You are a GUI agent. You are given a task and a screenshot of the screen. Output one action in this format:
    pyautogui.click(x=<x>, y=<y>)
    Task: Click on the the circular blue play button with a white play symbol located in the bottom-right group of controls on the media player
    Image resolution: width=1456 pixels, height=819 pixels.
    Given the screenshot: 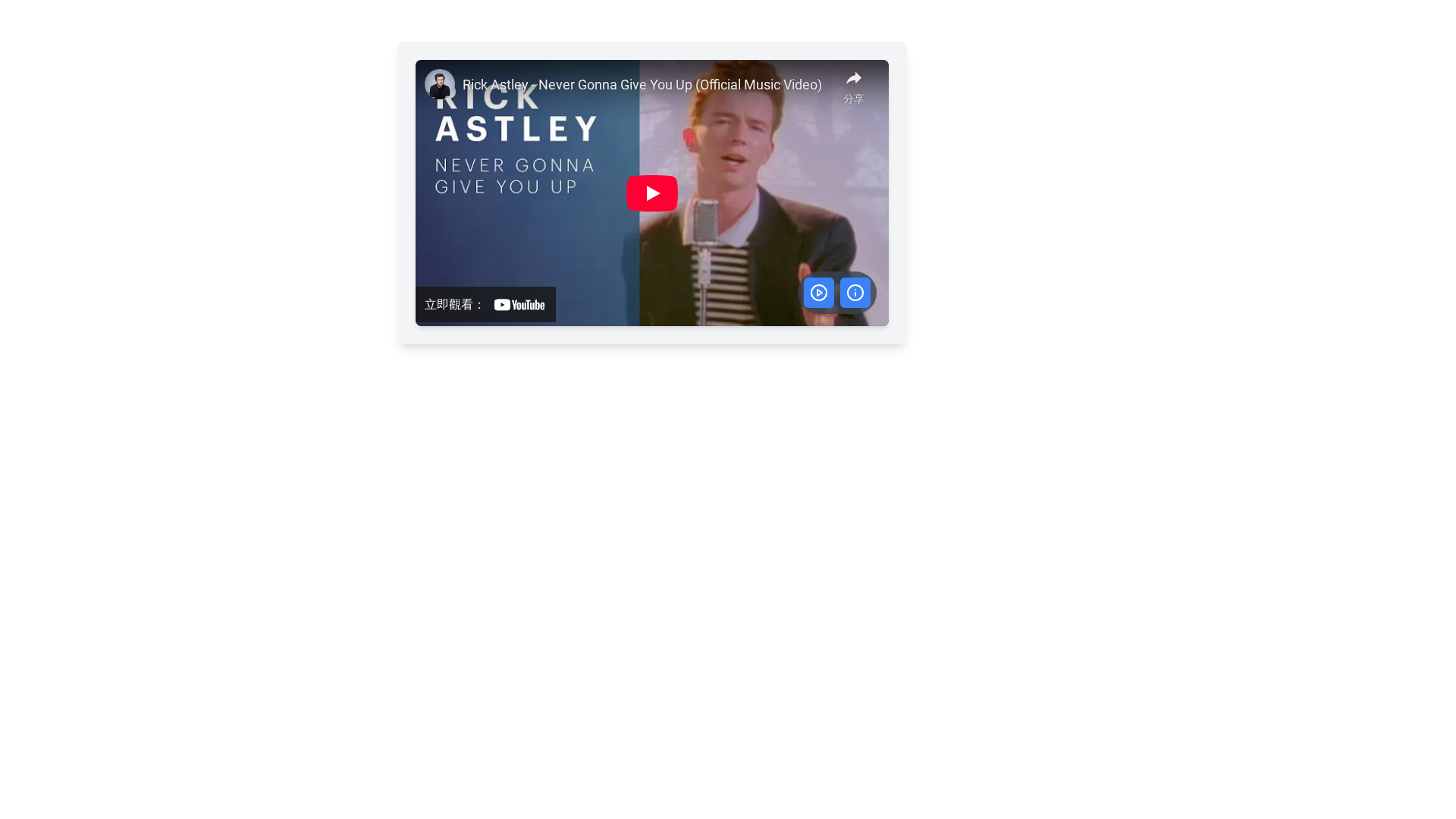 What is the action you would take?
    pyautogui.click(x=817, y=292)
    